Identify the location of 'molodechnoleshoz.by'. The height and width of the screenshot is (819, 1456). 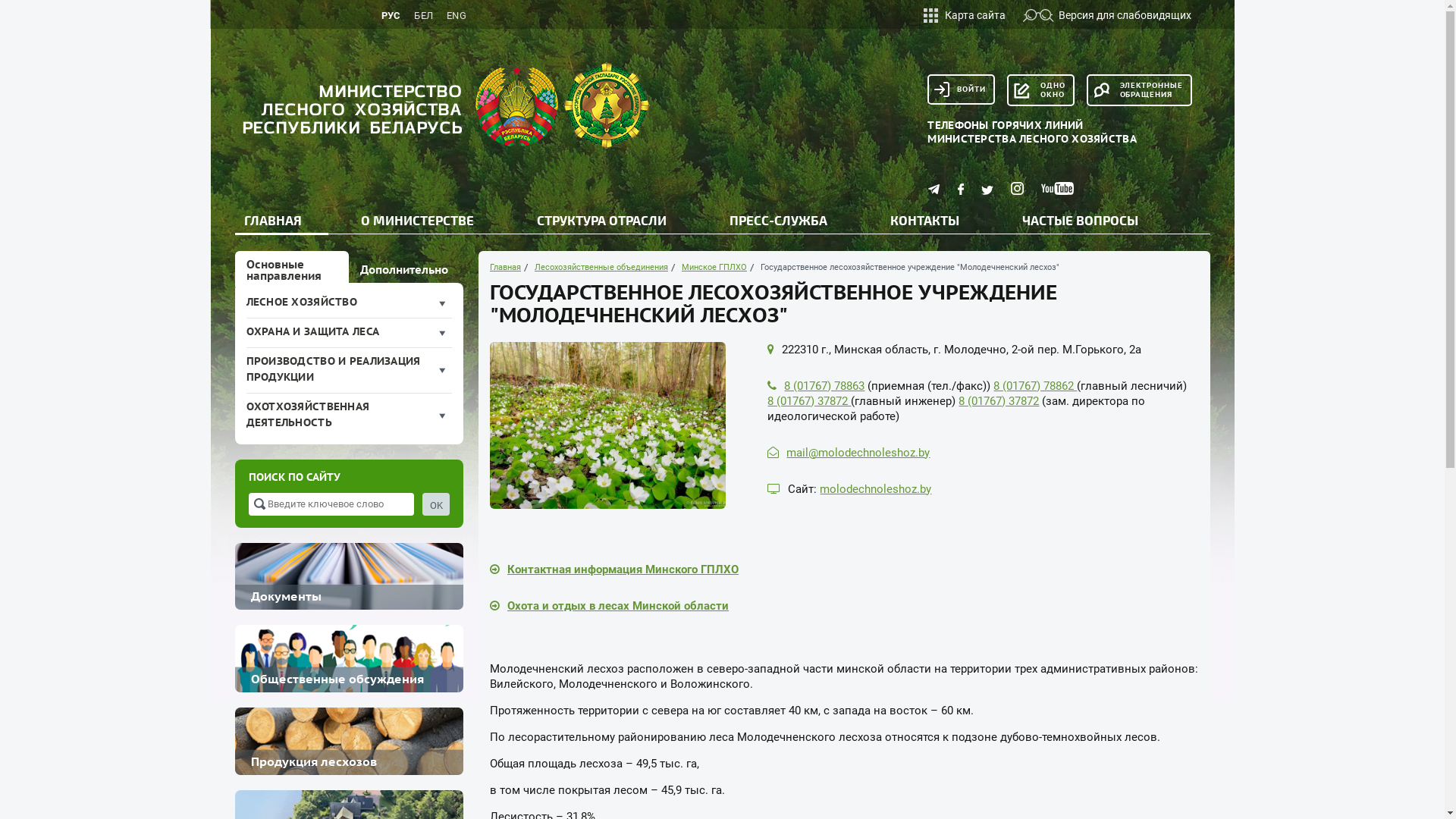
(875, 488).